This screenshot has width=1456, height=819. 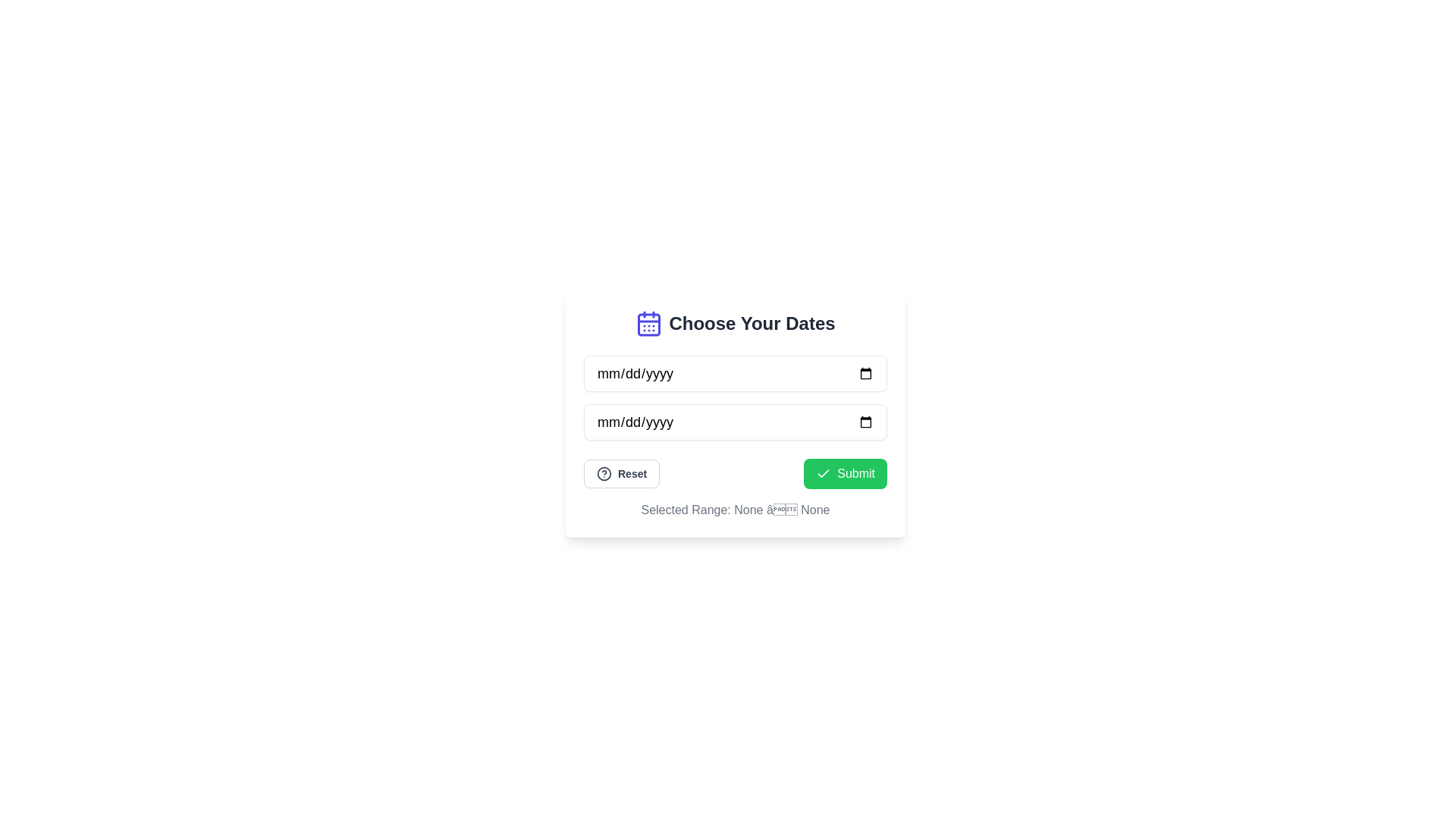 What do you see at coordinates (845, 472) in the screenshot?
I see `the 'Submit' button, which has a bright green background, rounded corners, and white text with a checkmark icon` at bounding box center [845, 472].